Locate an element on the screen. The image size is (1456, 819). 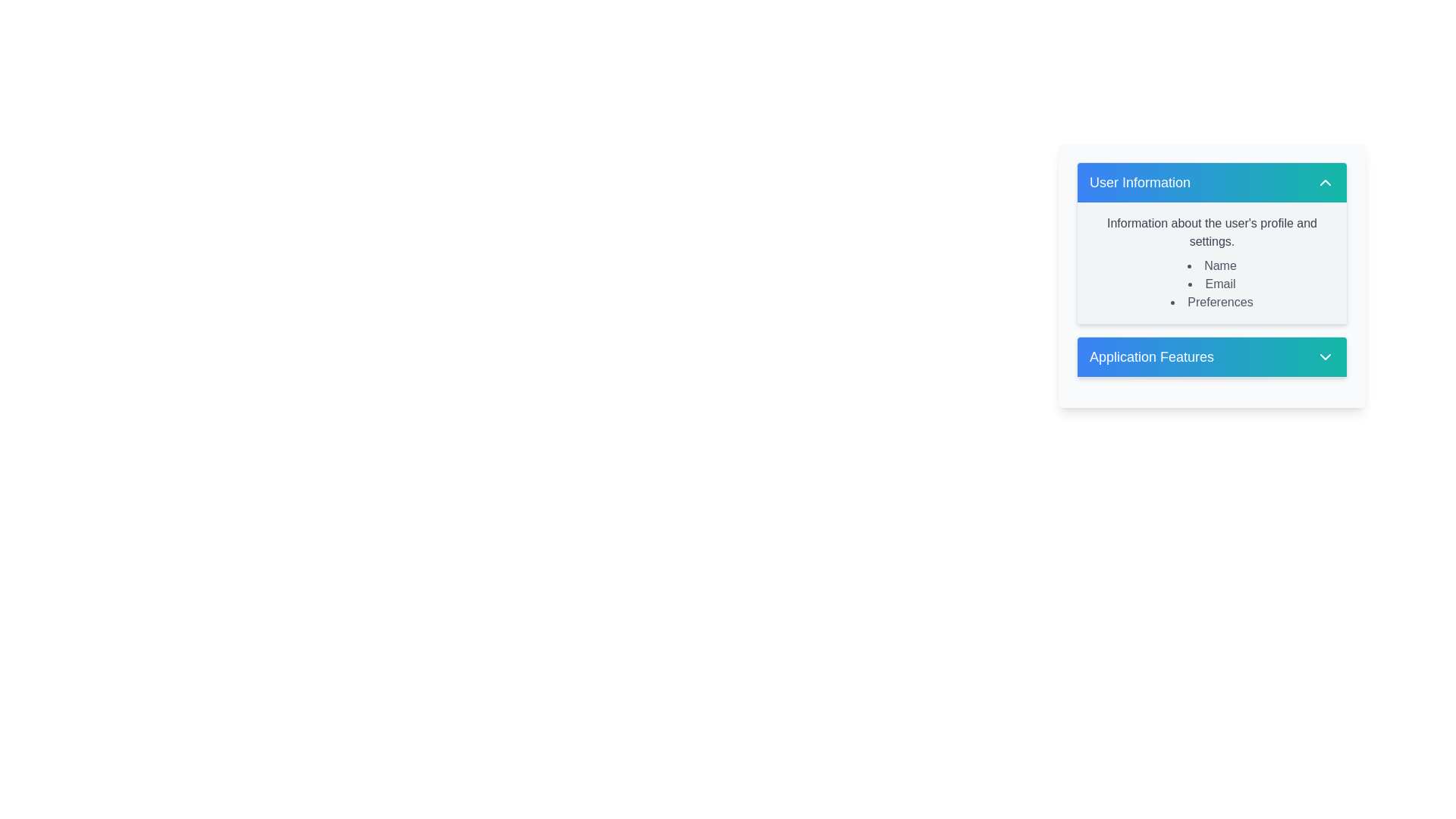
the text block that states 'Information about the user's profile and settings.' which is displayed in gray font color within a light gray background in the 'User Information' section is located at coordinates (1211, 233).